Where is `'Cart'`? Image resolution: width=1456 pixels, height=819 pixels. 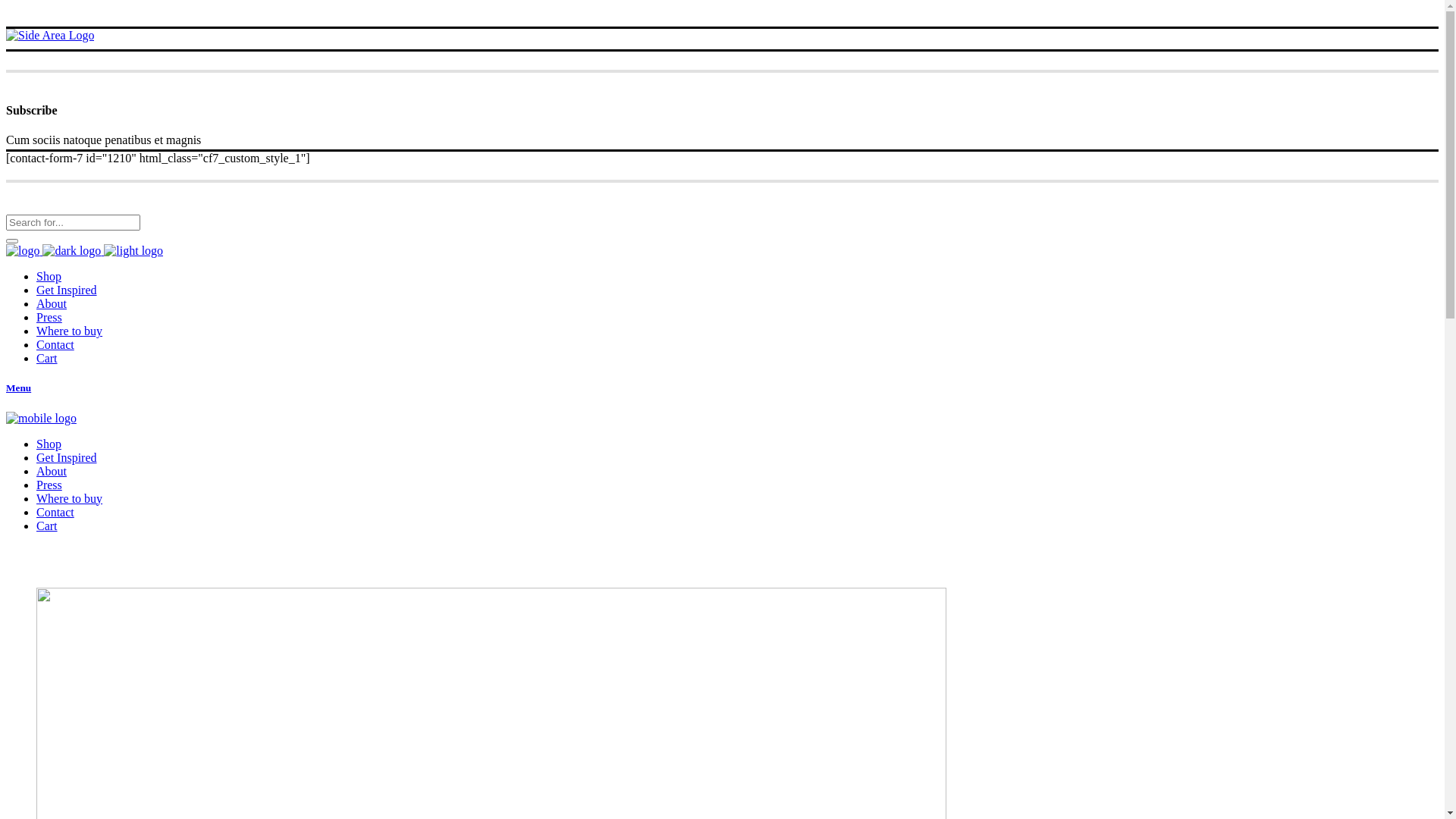 'Cart' is located at coordinates (47, 358).